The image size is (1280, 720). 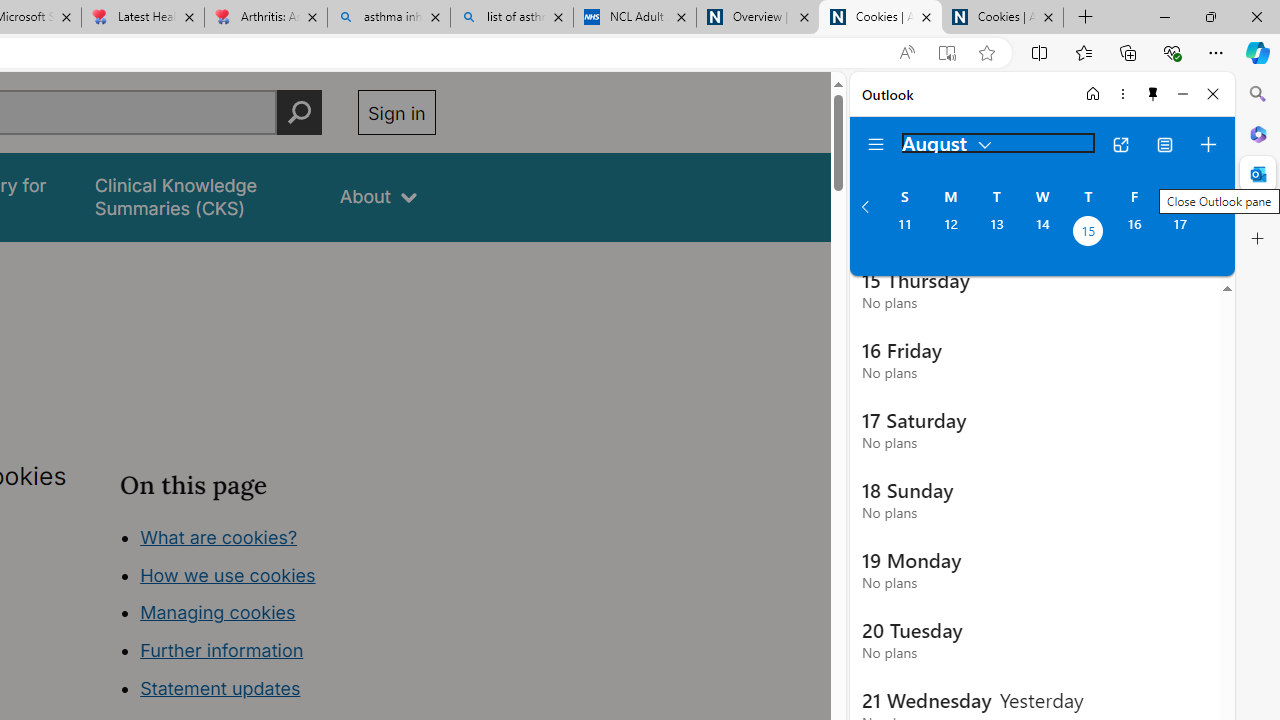 What do you see at coordinates (903, 232) in the screenshot?
I see `'Sunday, August 11, 2024. '` at bounding box center [903, 232].